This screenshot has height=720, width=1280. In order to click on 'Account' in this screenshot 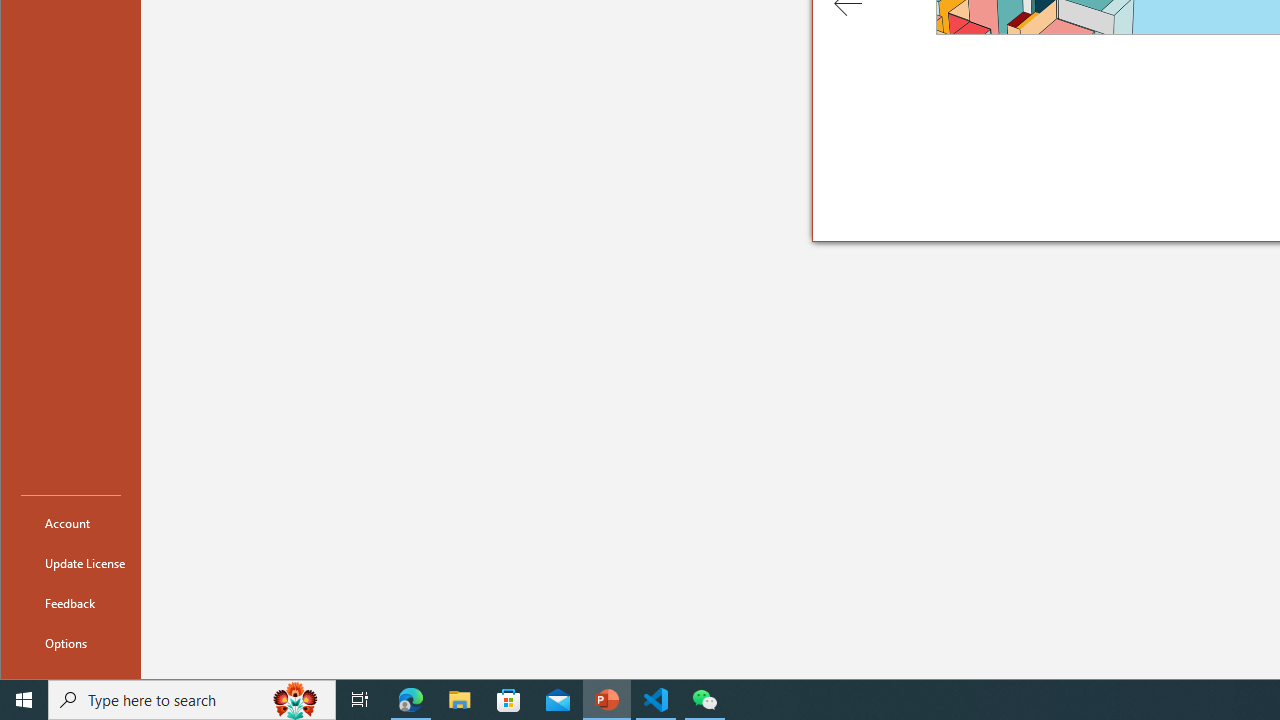, I will do `click(71, 522)`.